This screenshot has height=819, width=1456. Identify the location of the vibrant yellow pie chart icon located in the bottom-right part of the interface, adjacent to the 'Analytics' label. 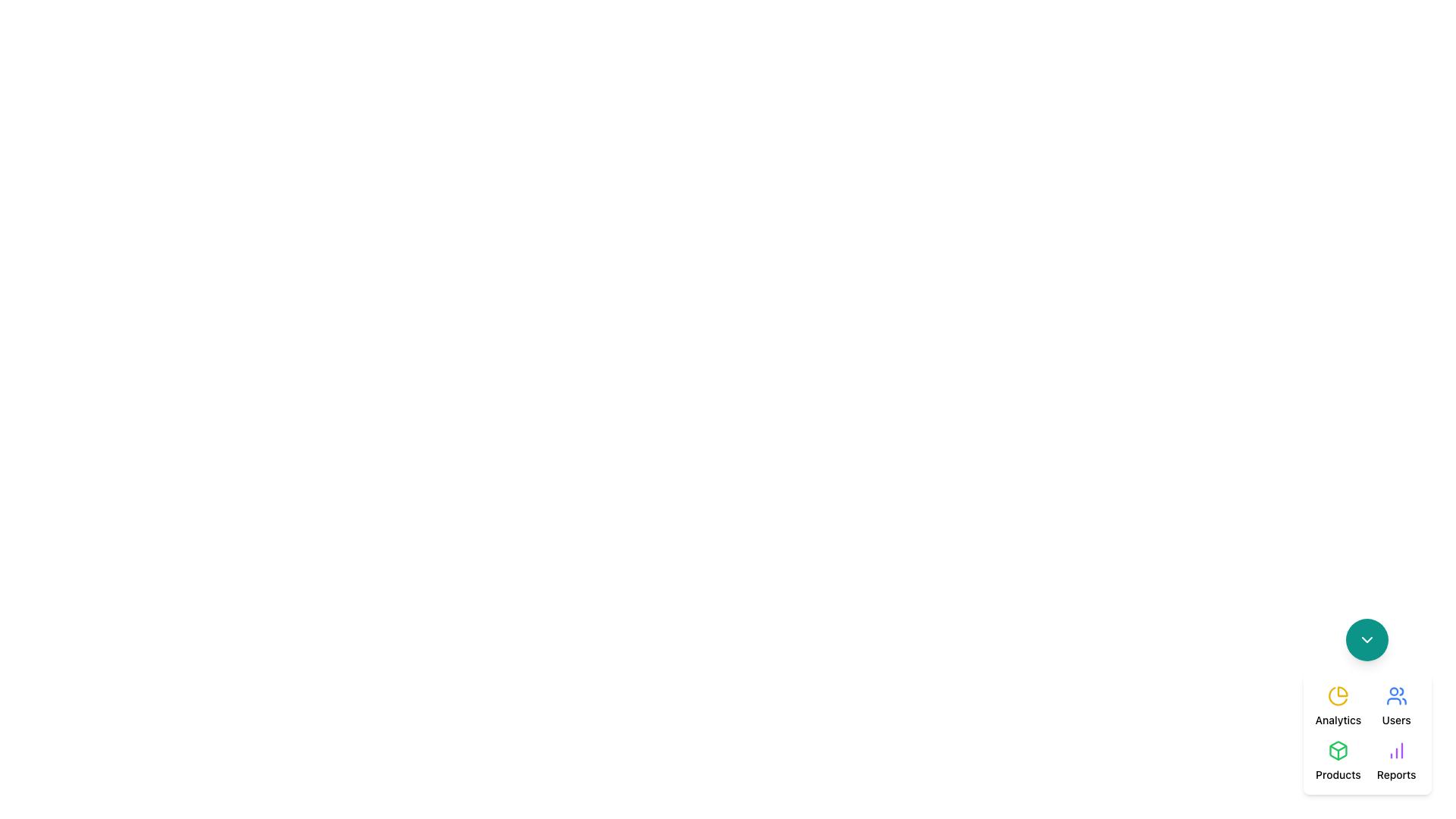
(1338, 696).